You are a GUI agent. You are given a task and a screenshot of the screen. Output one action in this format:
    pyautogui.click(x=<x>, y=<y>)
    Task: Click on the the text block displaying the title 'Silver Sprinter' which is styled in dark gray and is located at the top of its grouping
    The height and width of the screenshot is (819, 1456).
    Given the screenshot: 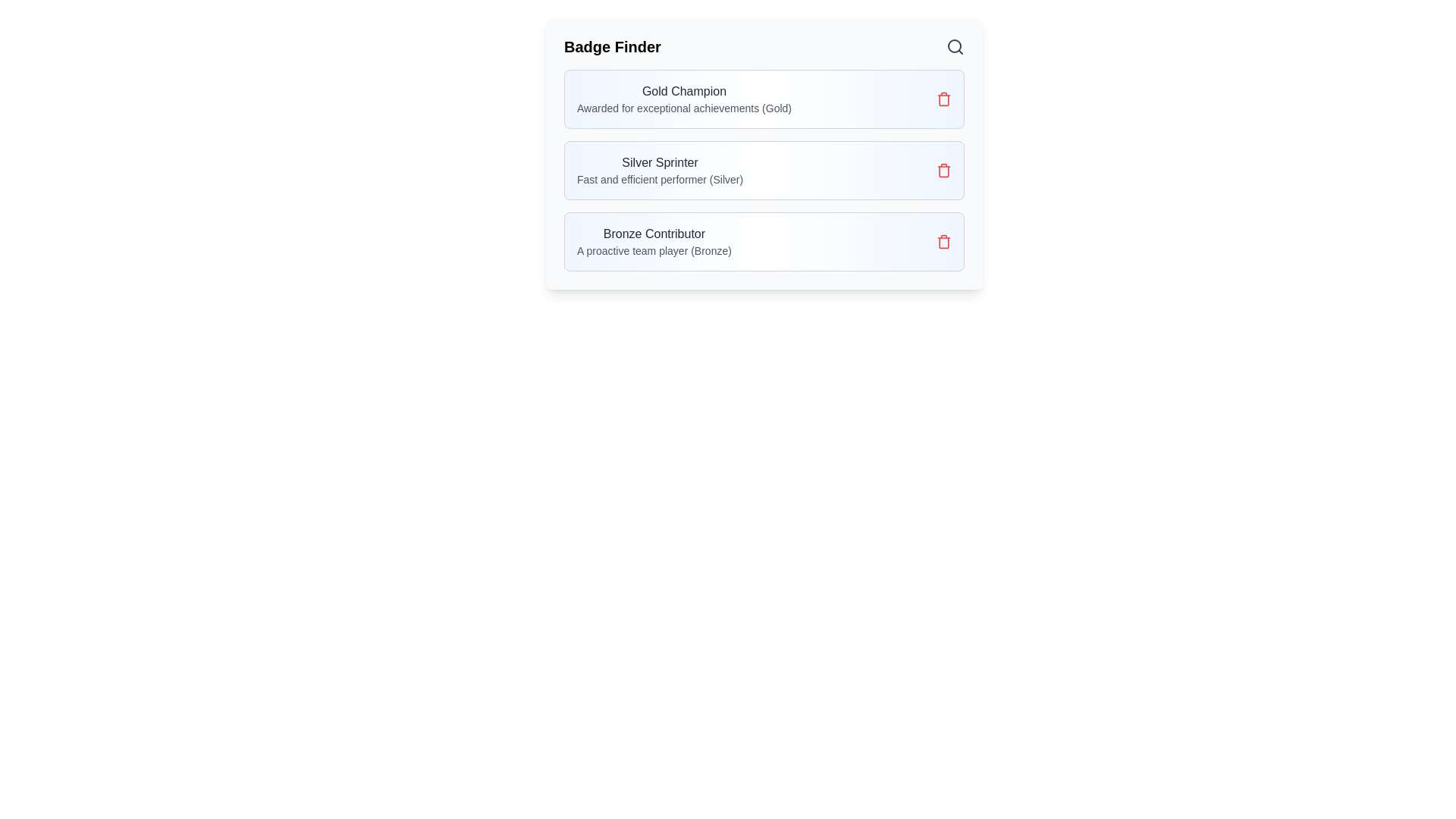 What is the action you would take?
    pyautogui.click(x=660, y=163)
    